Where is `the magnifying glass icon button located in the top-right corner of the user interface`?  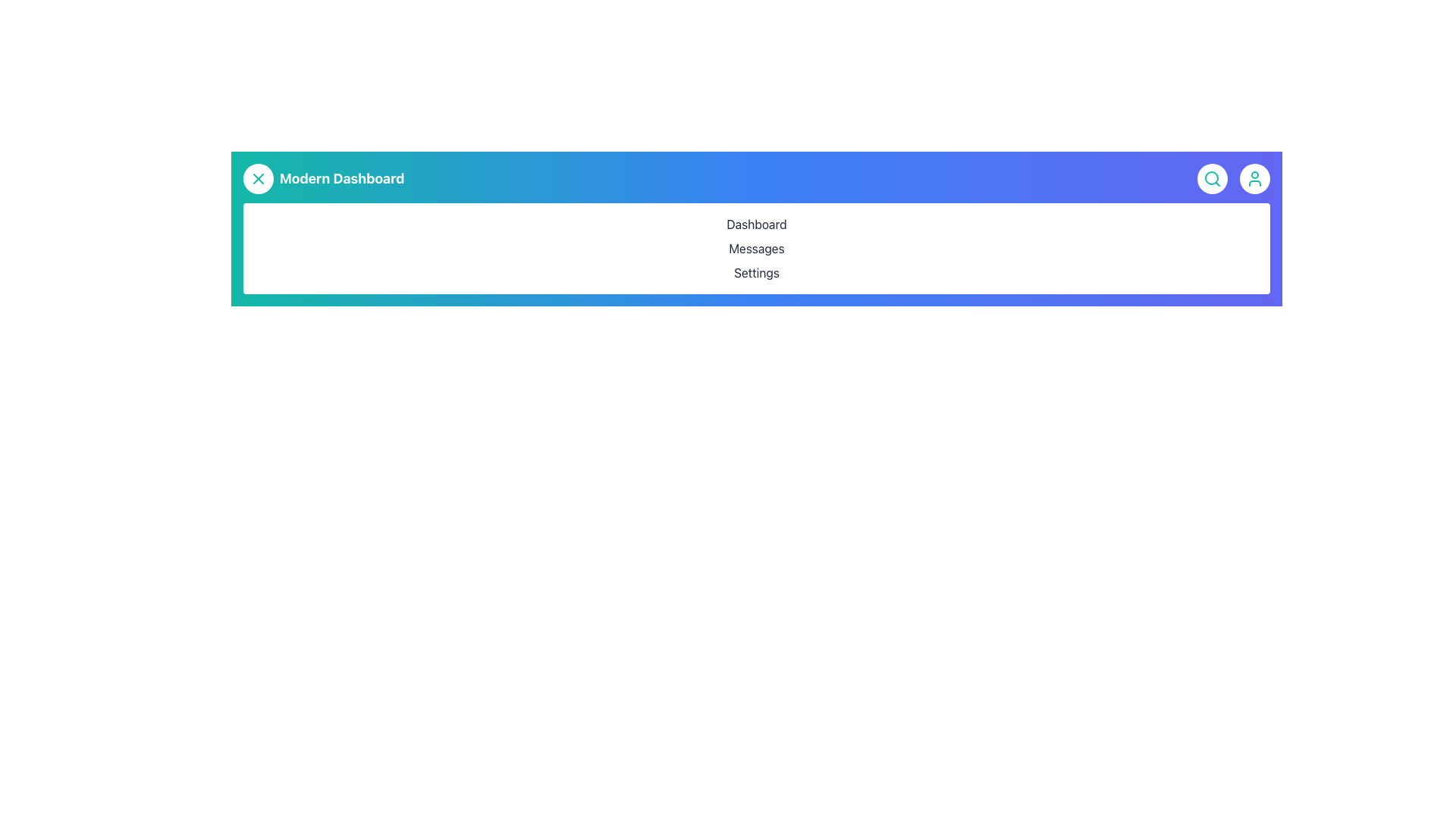
the magnifying glass icon button located in the top-right corner of the user interface is located at coordinates (1211, 177).